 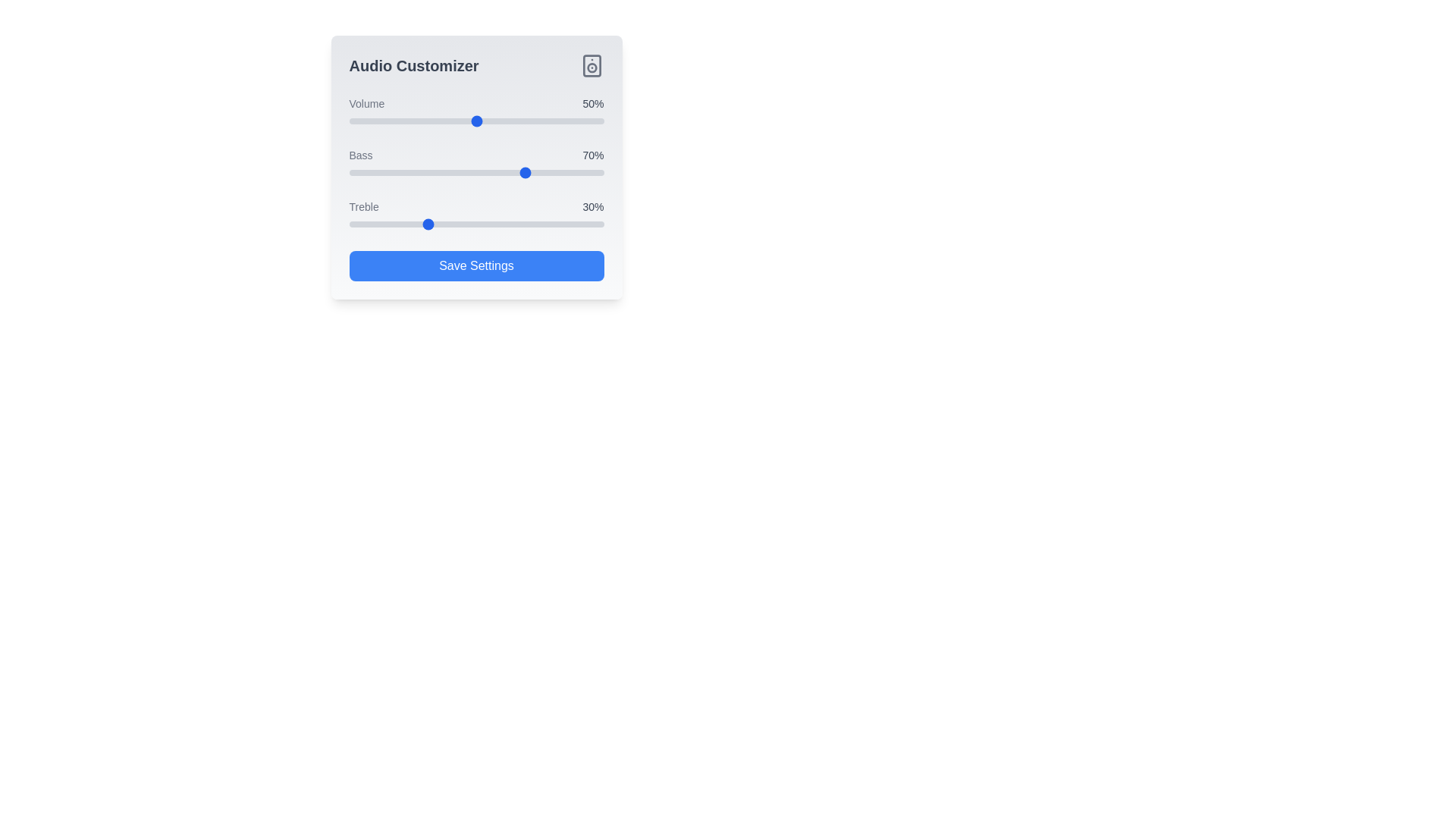 I want to click on the treble slider to set the treble level to 25%, so click(x=413, y=224).